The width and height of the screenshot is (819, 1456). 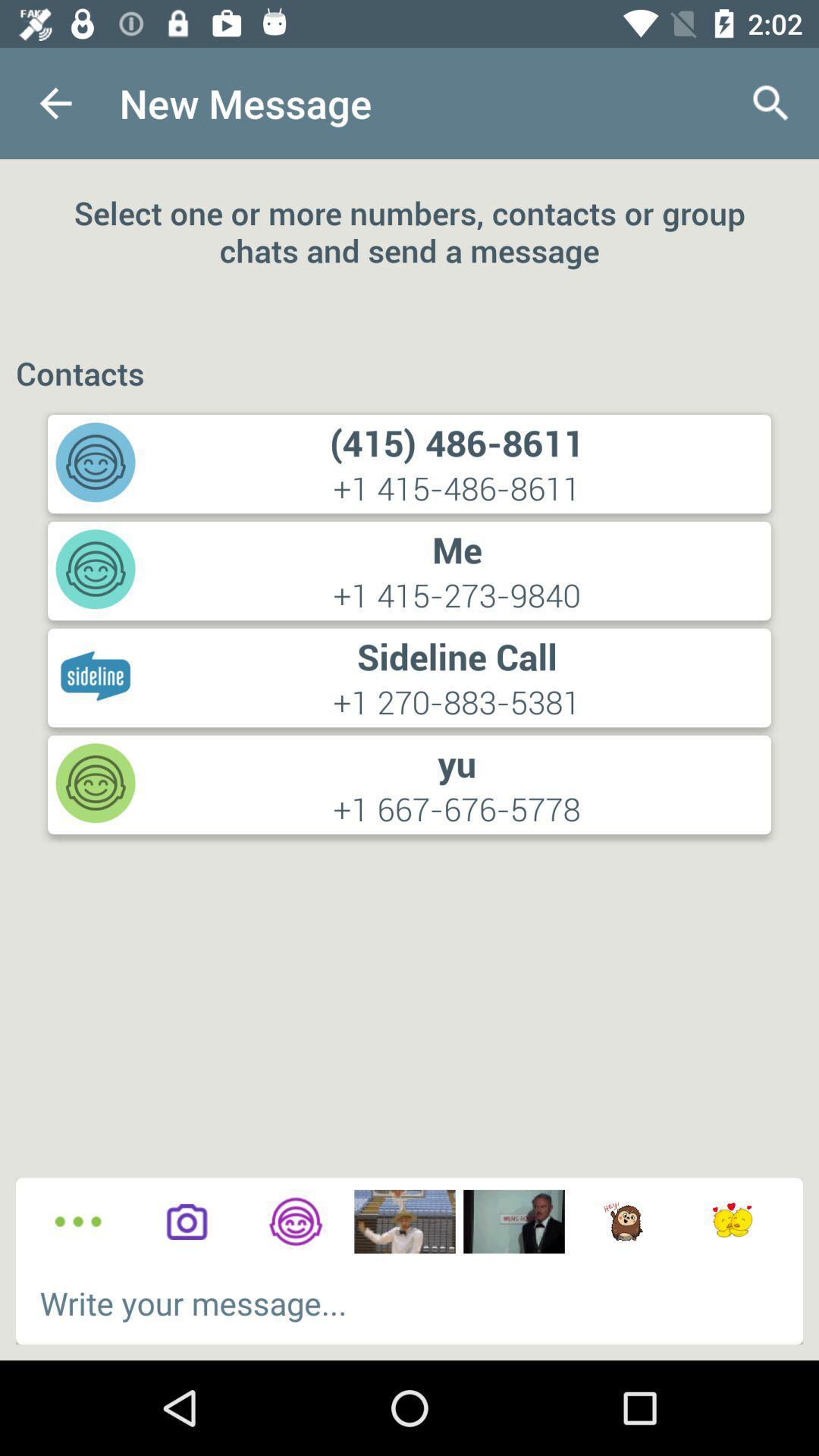 What do you see at coordinates (403, 1222) in the screenshot?
I see `insert image into my message` at bounding box center [403, 1222].